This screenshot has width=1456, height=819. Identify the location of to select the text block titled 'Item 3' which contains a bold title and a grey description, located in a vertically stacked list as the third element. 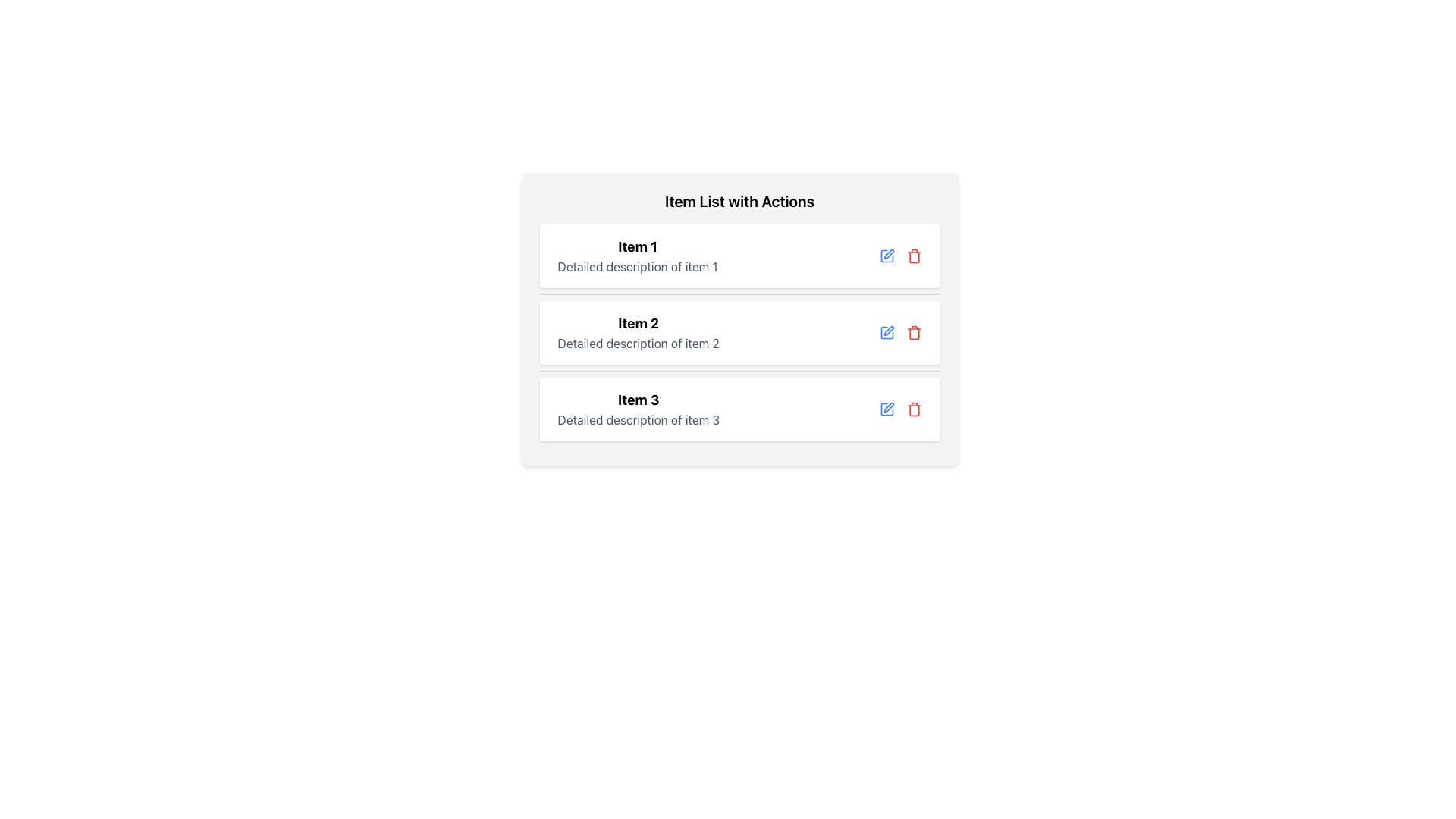
(638, 409).